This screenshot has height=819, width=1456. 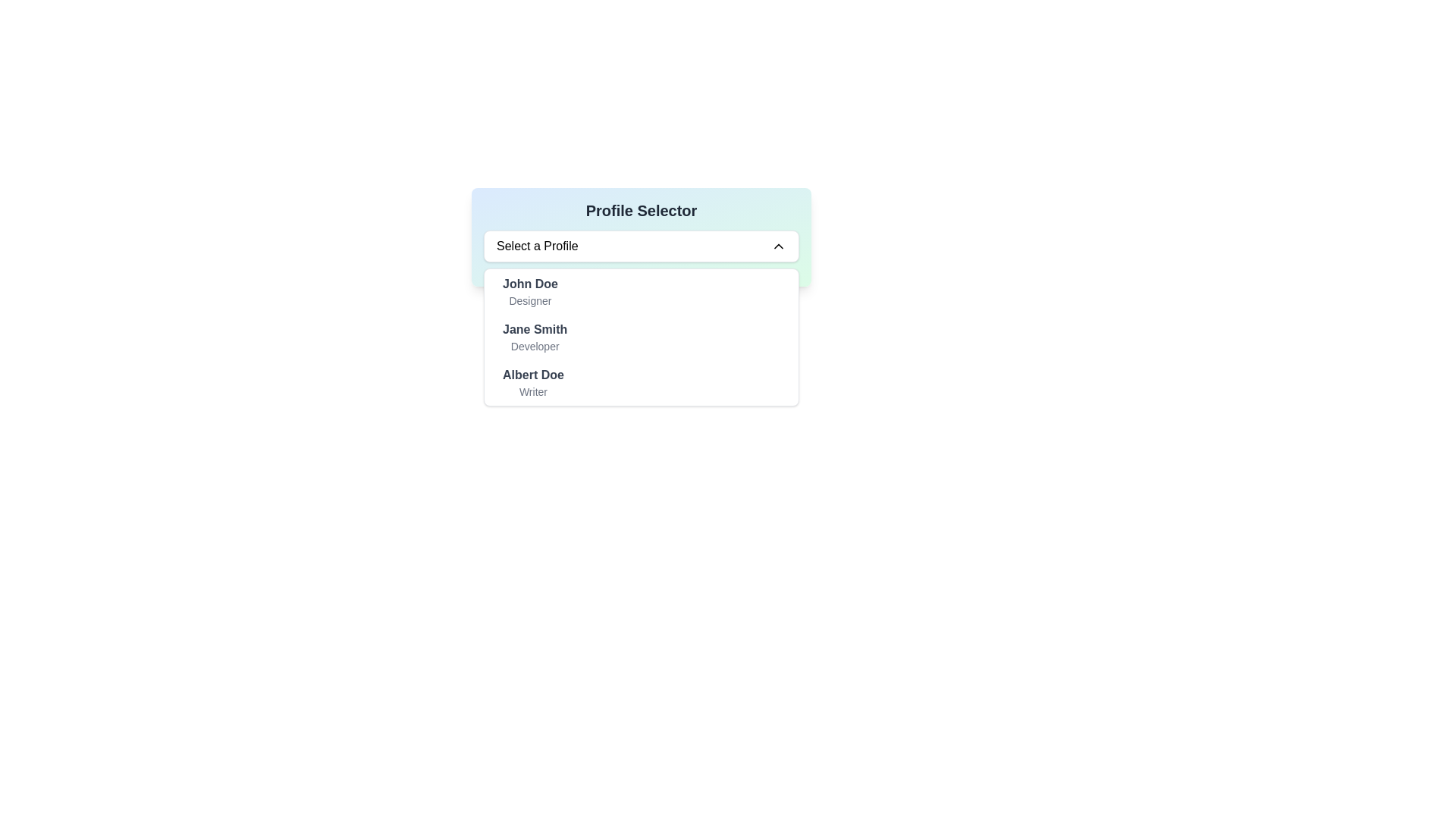 I want to click on the dropdown menu item labeled 'John Doe' that is the first option in the 'Profile Selector' dropdown for keyboard navigation, so click(x=641, y=292).